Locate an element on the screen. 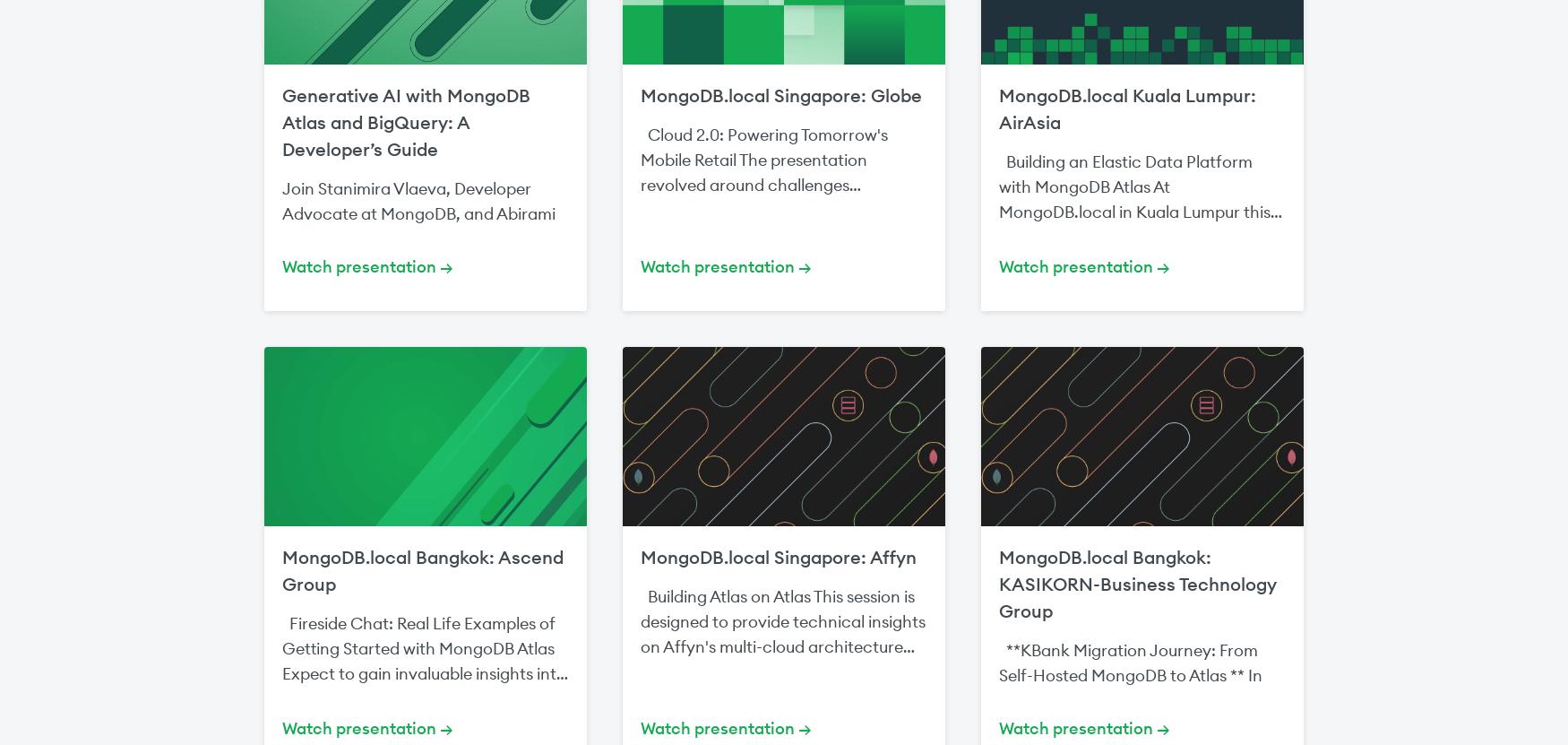  'Cloud 2.0: Powering Tomorrow's Mobile Retail



The presentation revolved around challenges enterprises face which have been on a cloud journey for a while and the need for constantly evolving from both a people and technology point of view to improve business efficiency and speed to market.


Speaker: Ricky Mohan, Head of Cloud Enablement & Service Operations, Globe Group' is located at coordinates (782, 260).